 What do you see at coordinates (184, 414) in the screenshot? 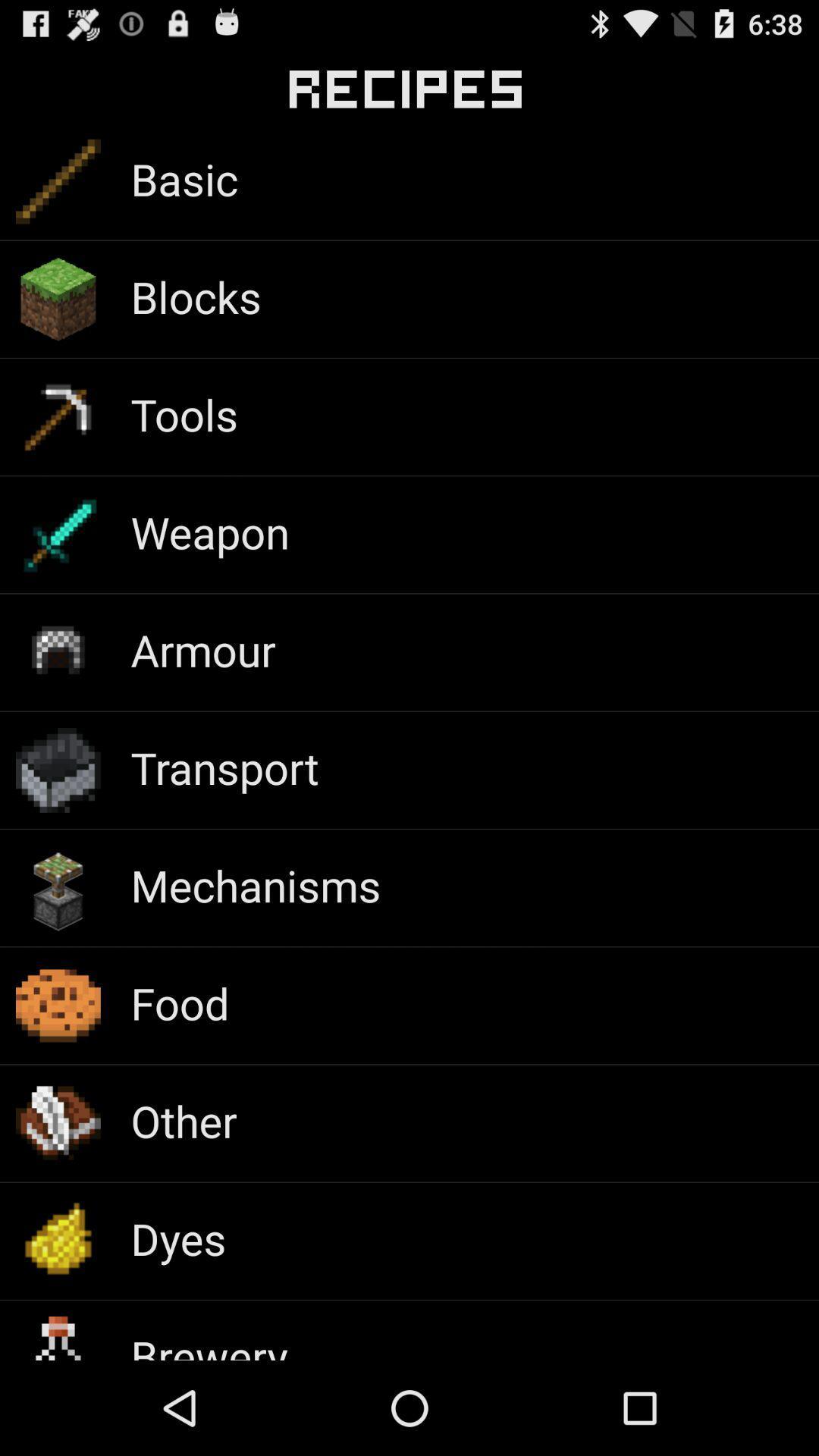
I see `the app below the blocks app` at bounding box center [184, 414].